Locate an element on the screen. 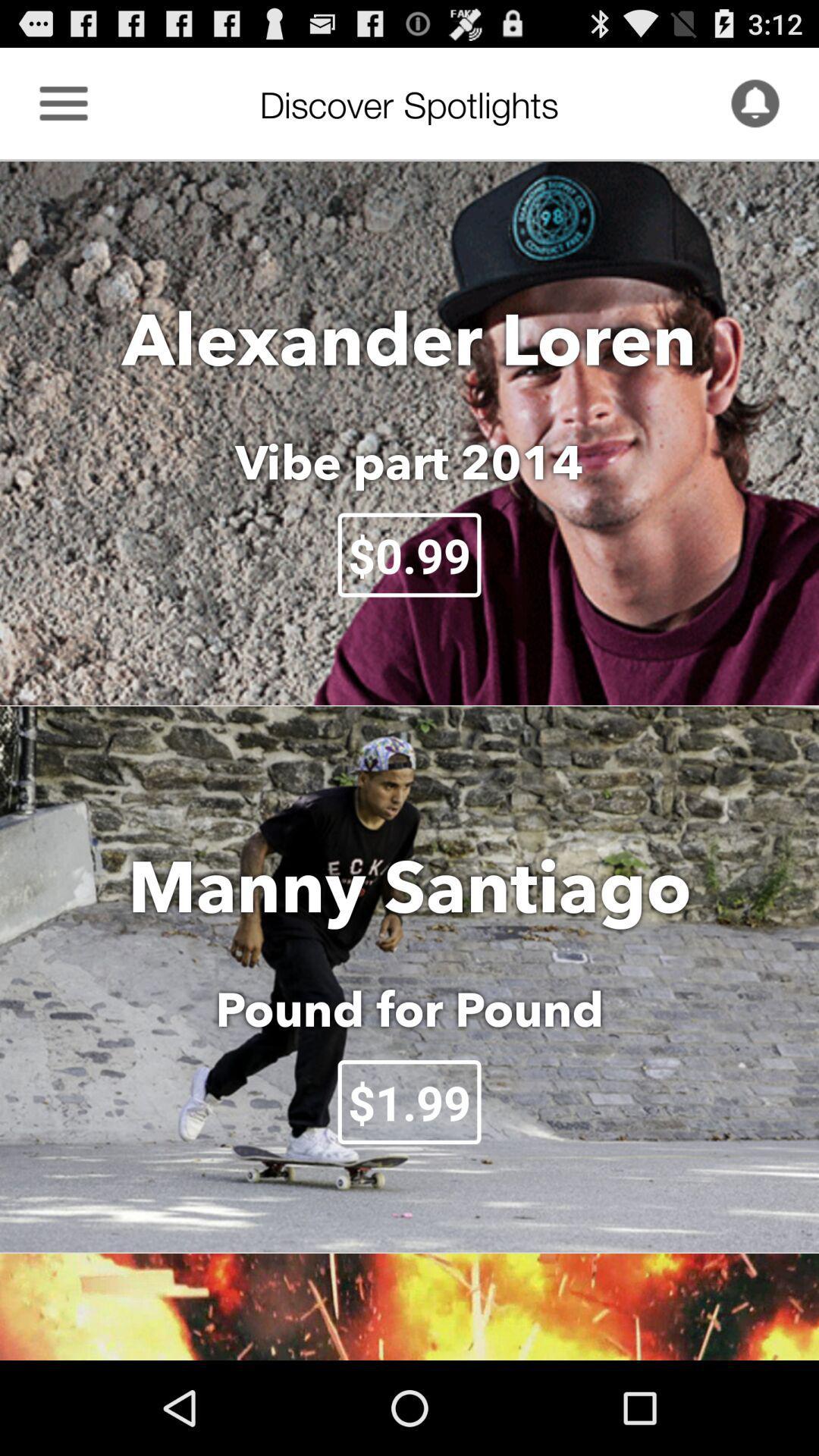 Image resolution: width=819 pixels, height=1456 pixels. the item to the left of discover spotlights icon is located at coordinates (63, 102).